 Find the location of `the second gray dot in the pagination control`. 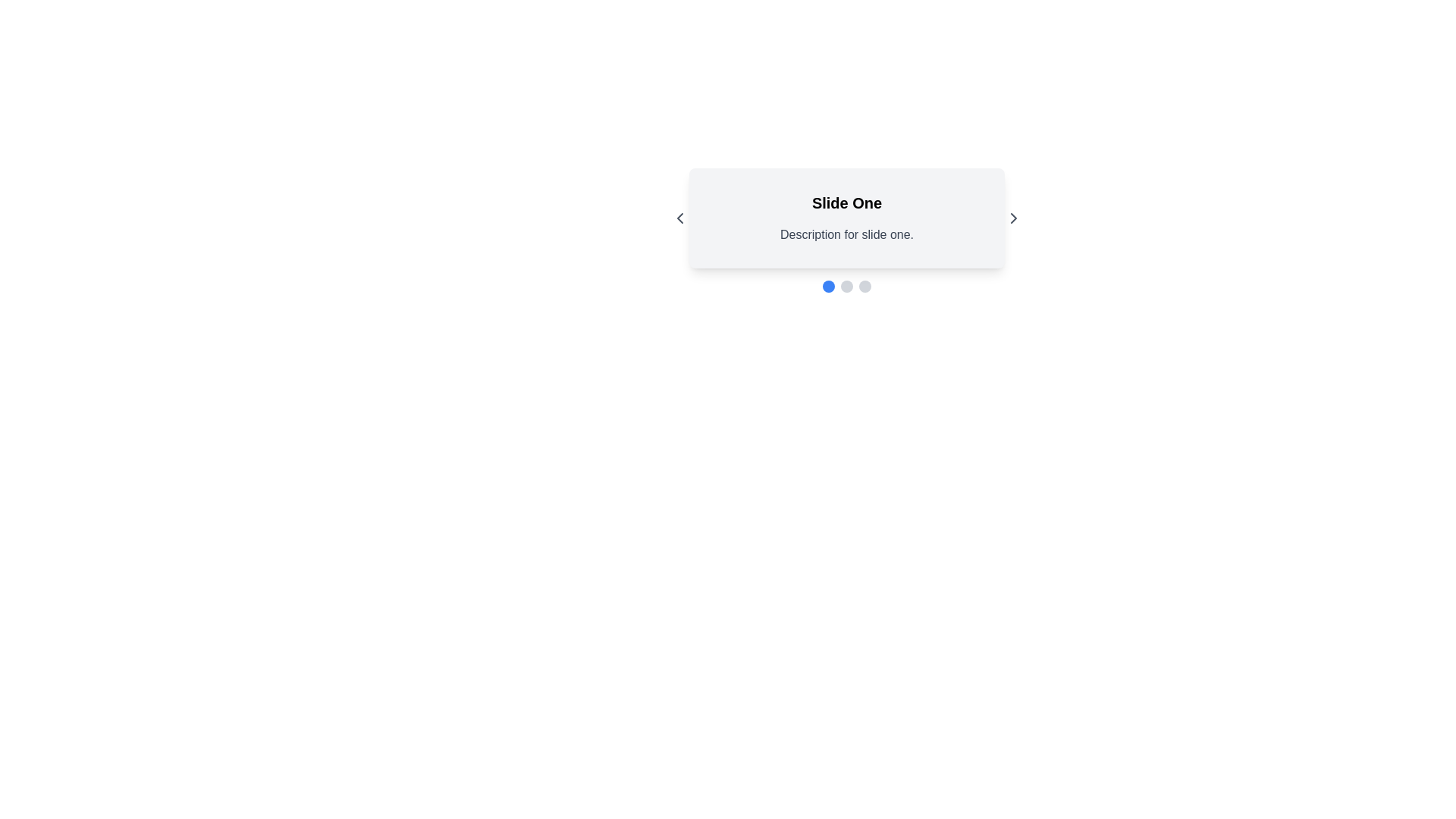

the second gray dot in the pagination control is located at coordinates (846, 287).